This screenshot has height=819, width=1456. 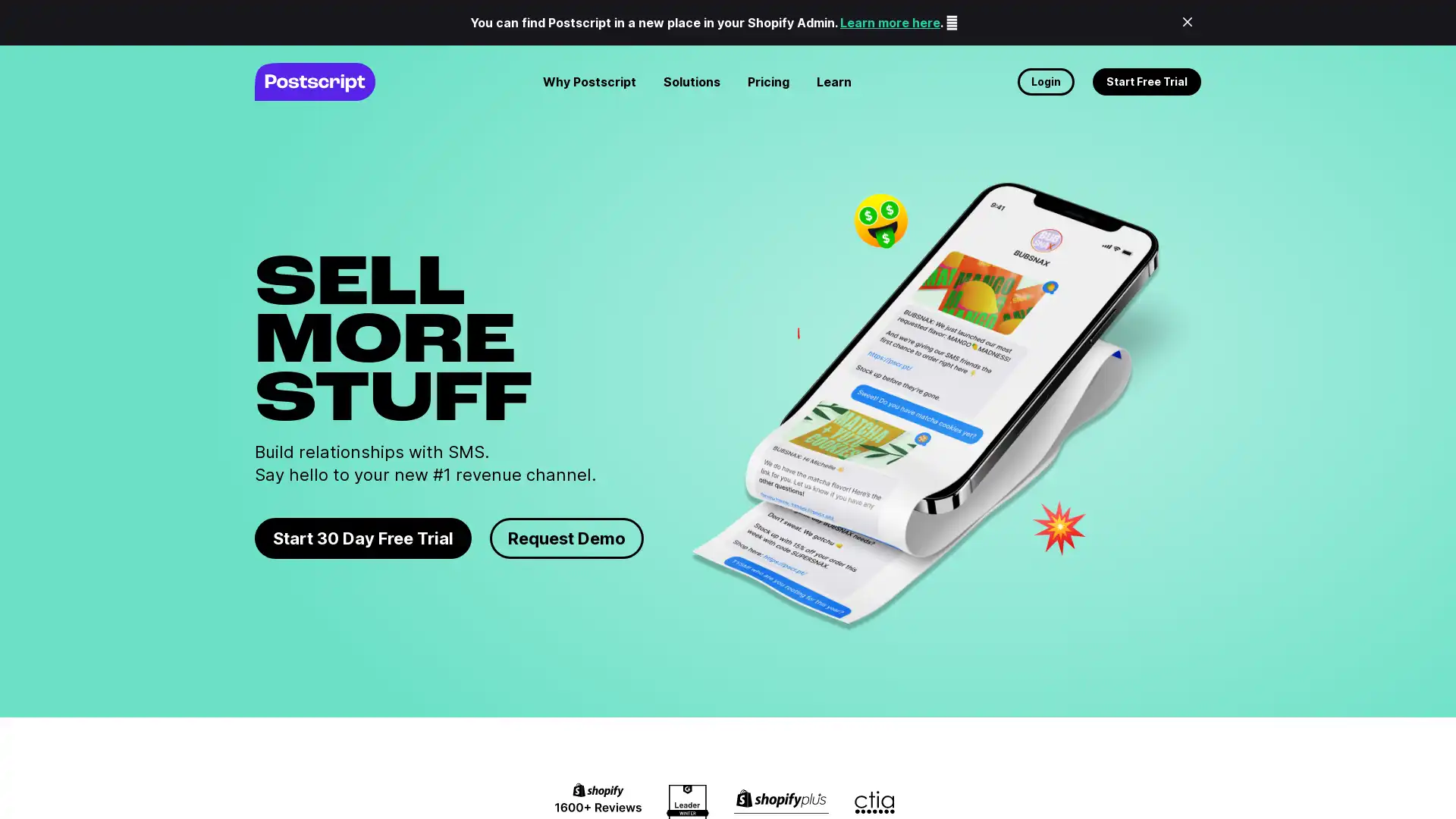 What do you see at coordinates (1147, 81) in the screenshot?
I see `Start Free Trial` at bounding box center [1147, 81].